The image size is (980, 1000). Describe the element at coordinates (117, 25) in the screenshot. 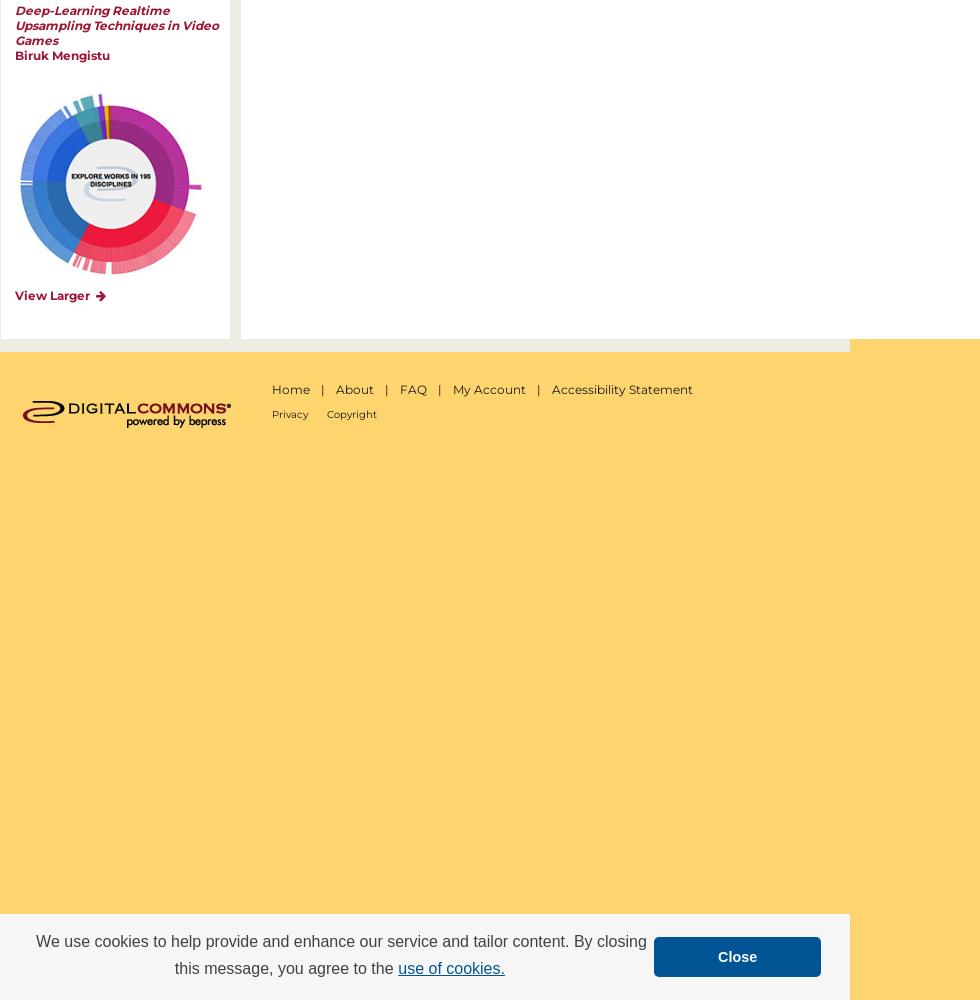

I see `'Deep-Learning Realtime Upsampling Techniques in Video Games'` at that location.